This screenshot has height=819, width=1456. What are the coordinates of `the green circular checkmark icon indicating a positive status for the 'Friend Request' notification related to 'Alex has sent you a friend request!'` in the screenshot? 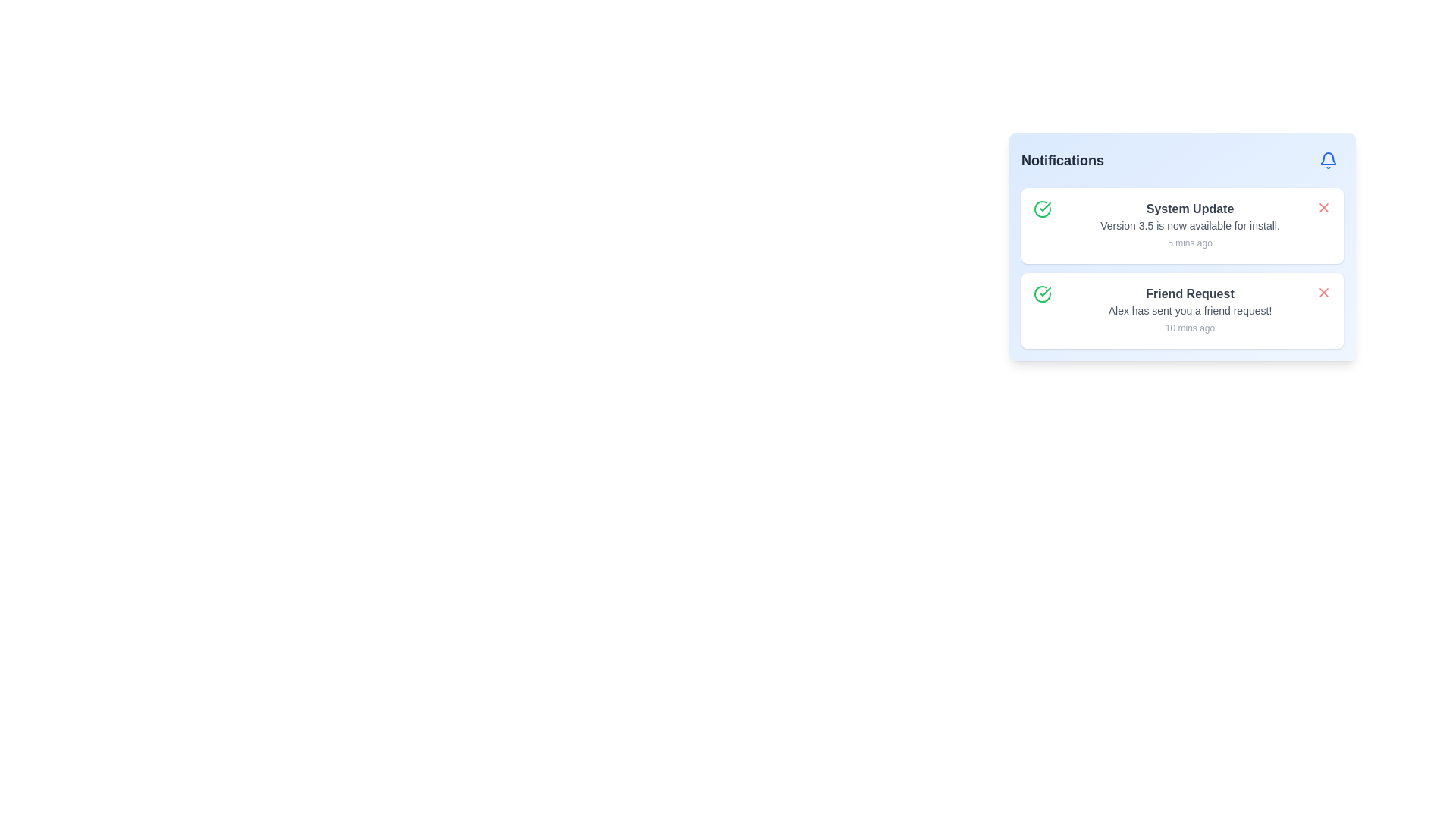 It's located at (1041, 294).